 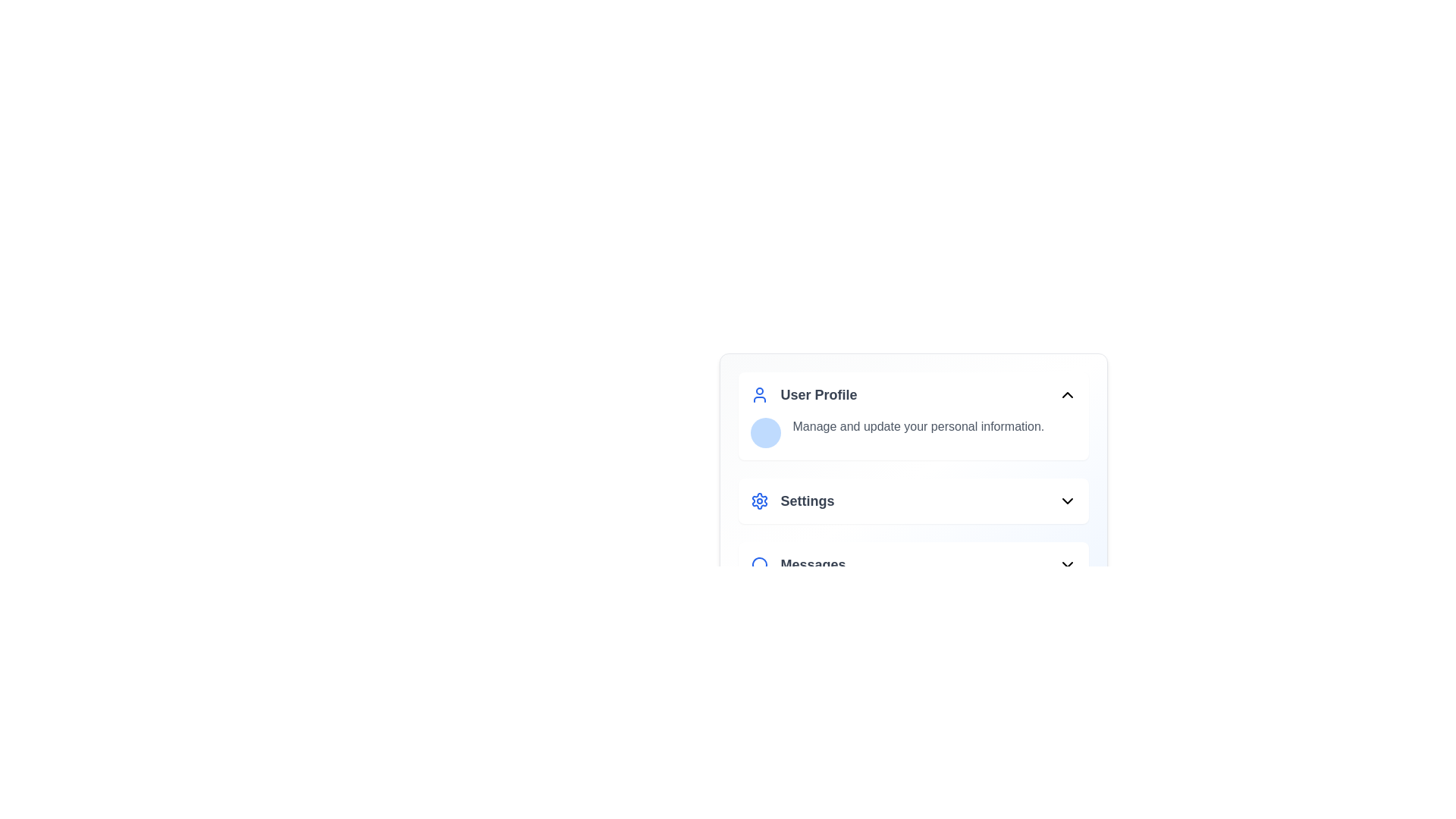 What do you see at coordinates (912, 500) in the screenshot?
I see `the 'Settings' button` at bounding box center [912, 500].